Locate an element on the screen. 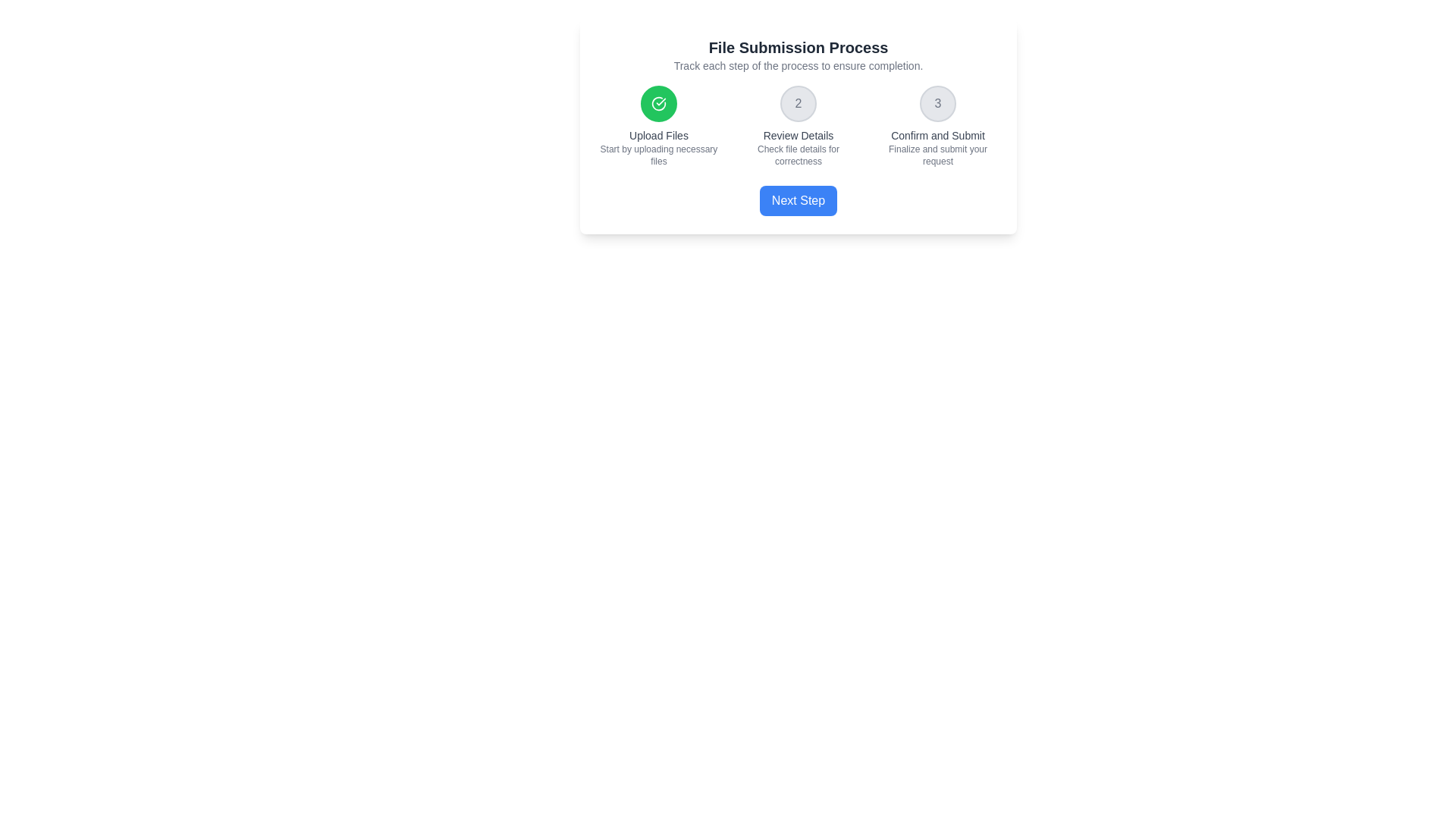 The height and width of the screenshot is (819, 1456). the textual header that displays 'File Submission Process' with the subtitle 'Track each step of the process to ensure completion.' is located at coordinates (797, 55).